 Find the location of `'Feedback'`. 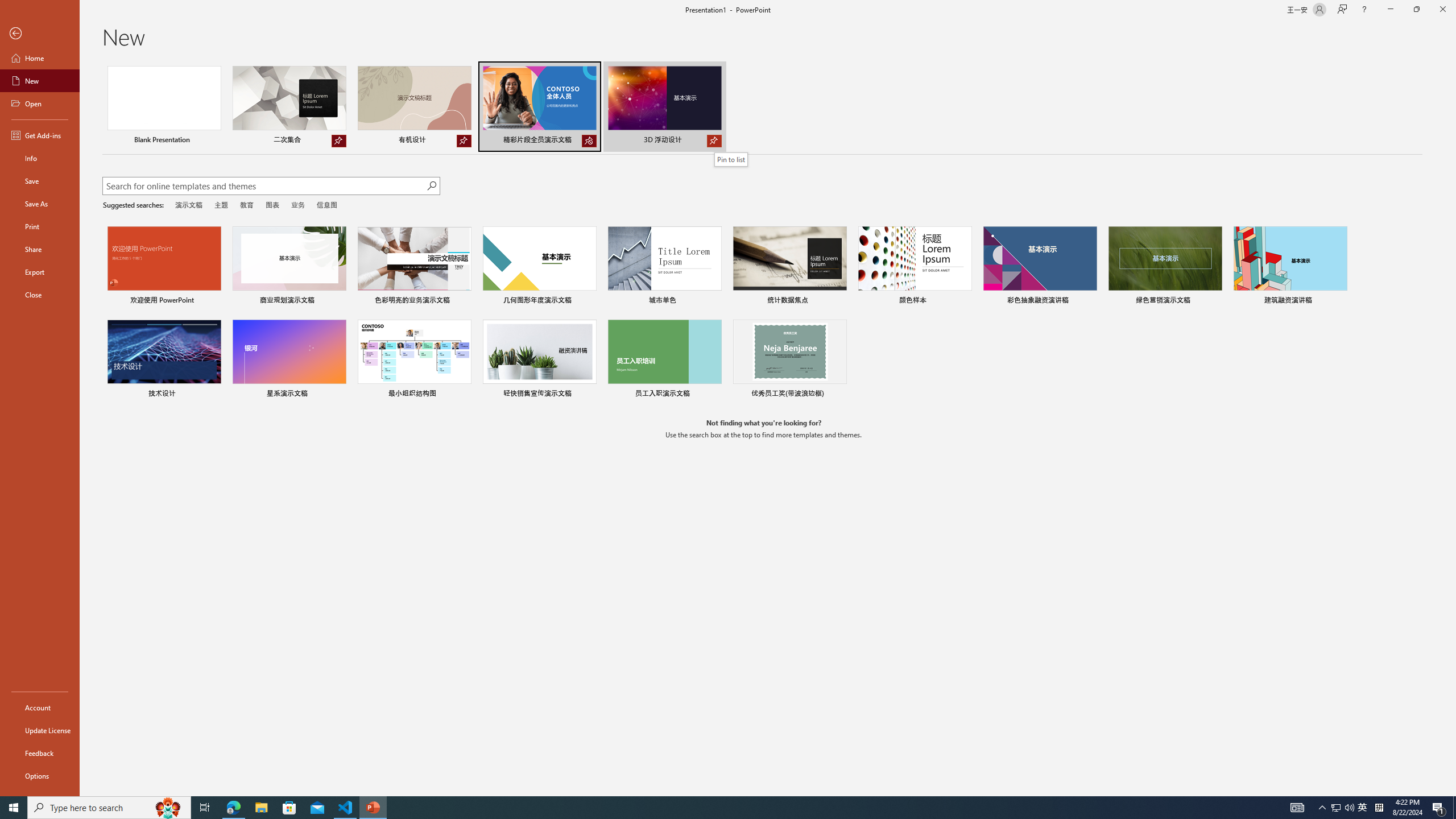

'Feedback' is located at coordinates (39, 753).